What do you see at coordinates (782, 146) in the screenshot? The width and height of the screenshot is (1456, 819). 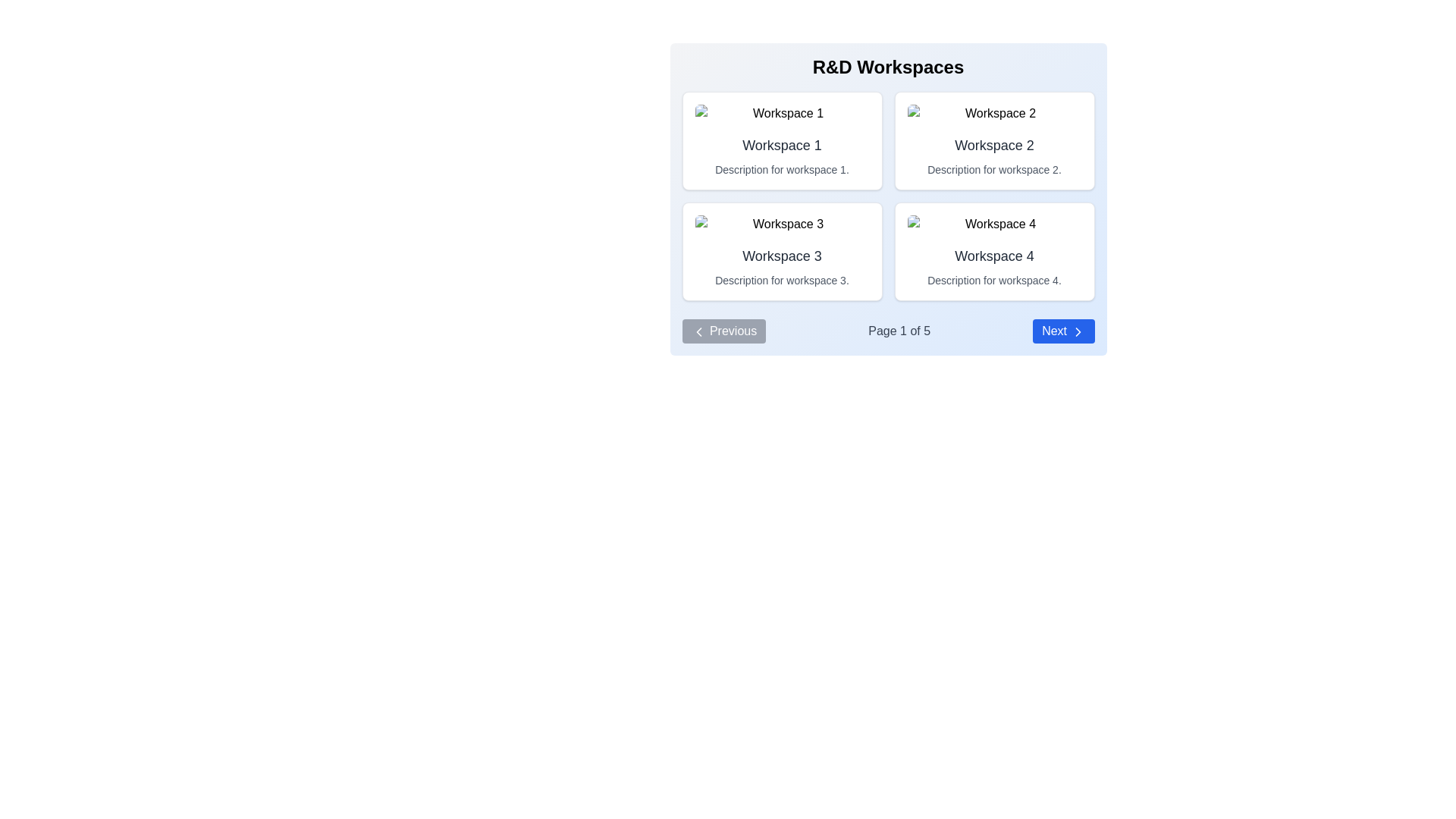 I see `text label that serves as a title or identifier for the workspace, located in the first card of the grid layout, positioned below an image placeholder` at bounding box center [782, 146].